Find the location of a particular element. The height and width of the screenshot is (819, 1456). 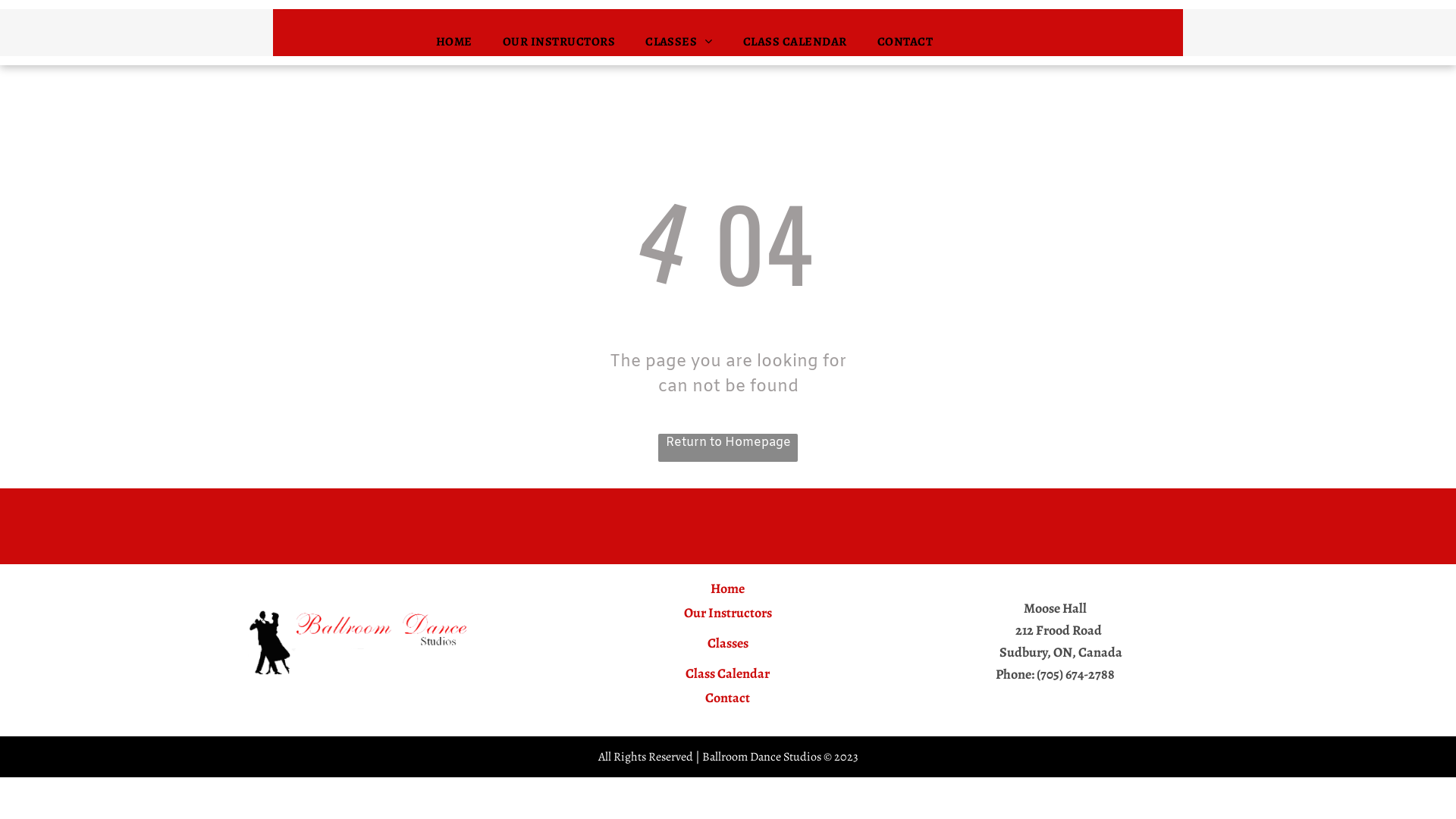

'Class Calendar' is located at coordinates (726, 672).